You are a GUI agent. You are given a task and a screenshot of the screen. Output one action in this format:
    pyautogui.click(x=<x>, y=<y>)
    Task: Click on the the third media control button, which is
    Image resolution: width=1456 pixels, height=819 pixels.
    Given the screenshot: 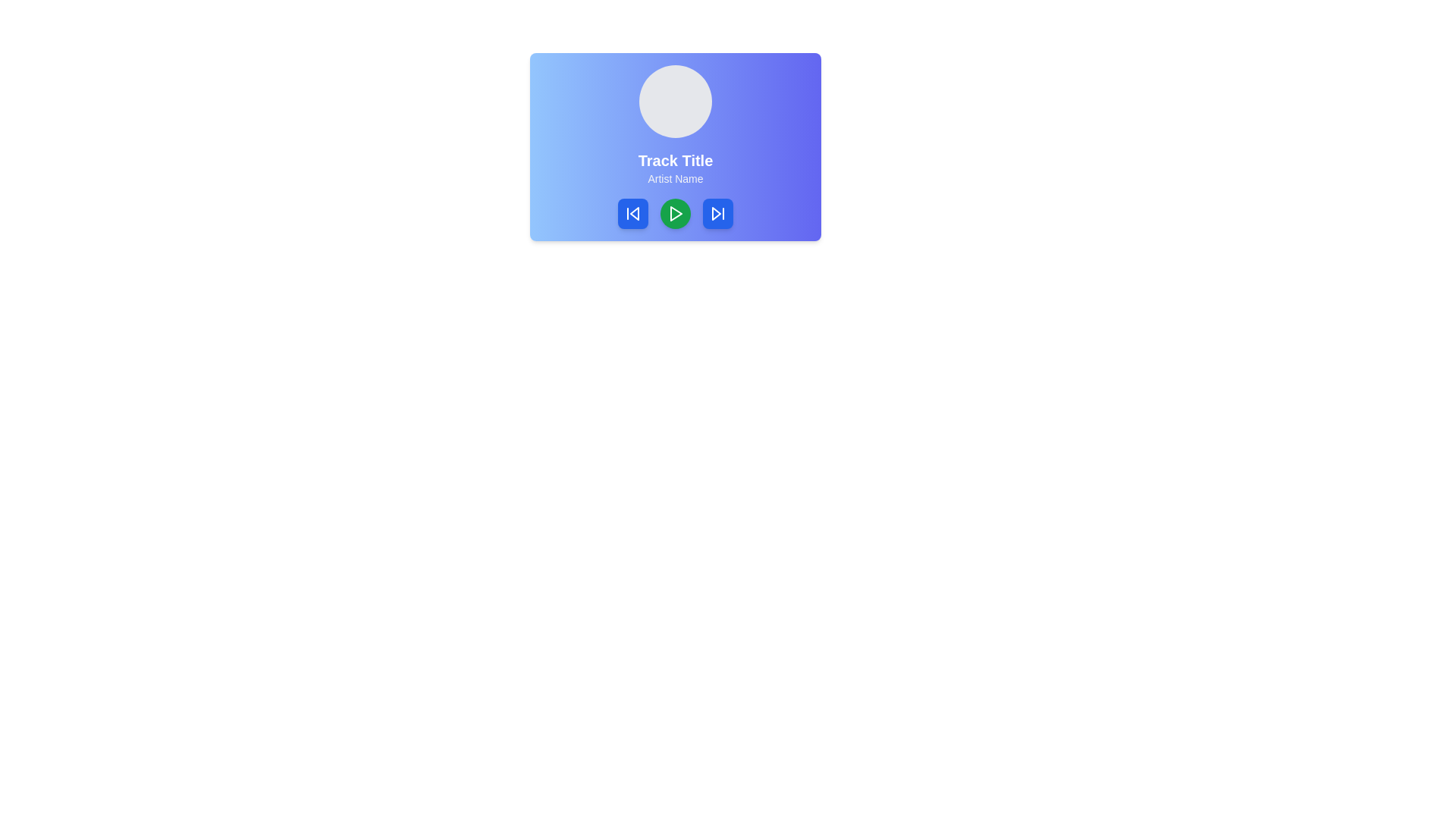 What is the action you would take?
    pyautogui.click(x=717, y=213)
    